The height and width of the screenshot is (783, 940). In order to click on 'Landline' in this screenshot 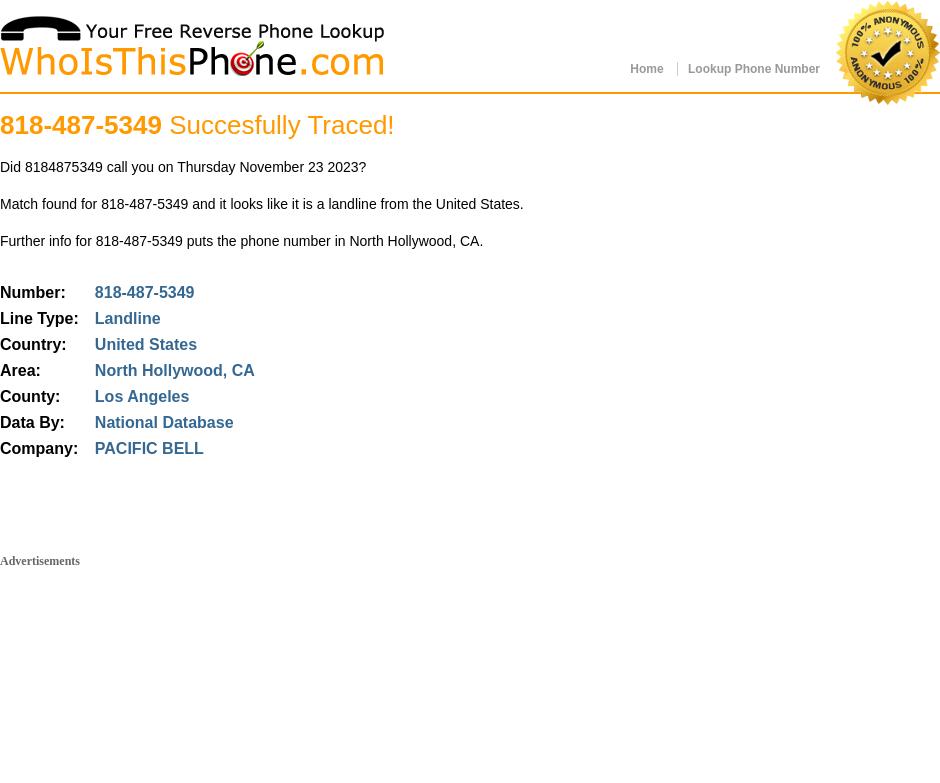, I will do `click(125, 318)`.